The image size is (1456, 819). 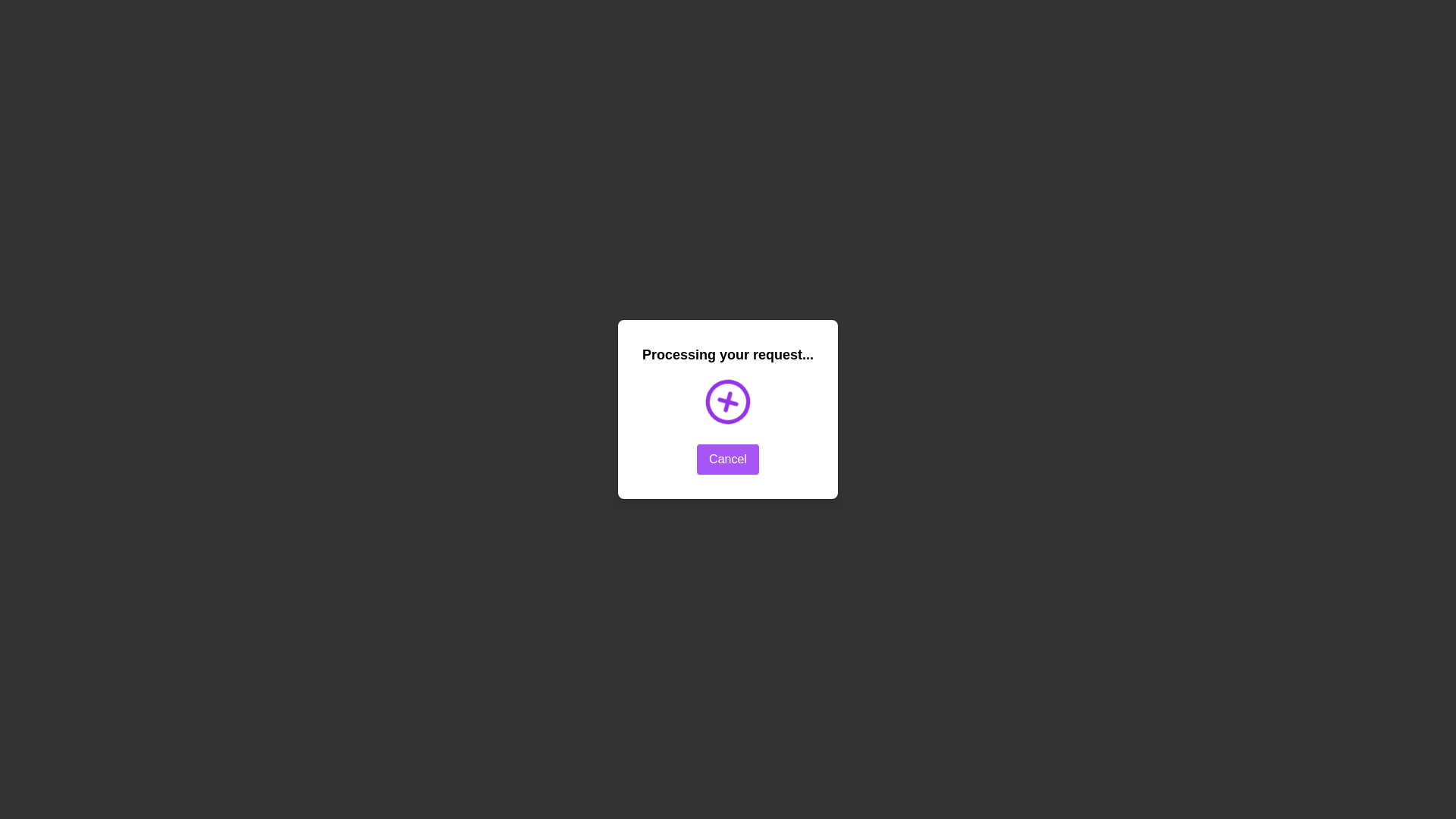 What do you see at coordinates (728, 354) in the screenshot?
I see `the Text label that indicates the request is being processed, located at the top of the white, rounded-corner dialog box` at bounding box center [728, 354].